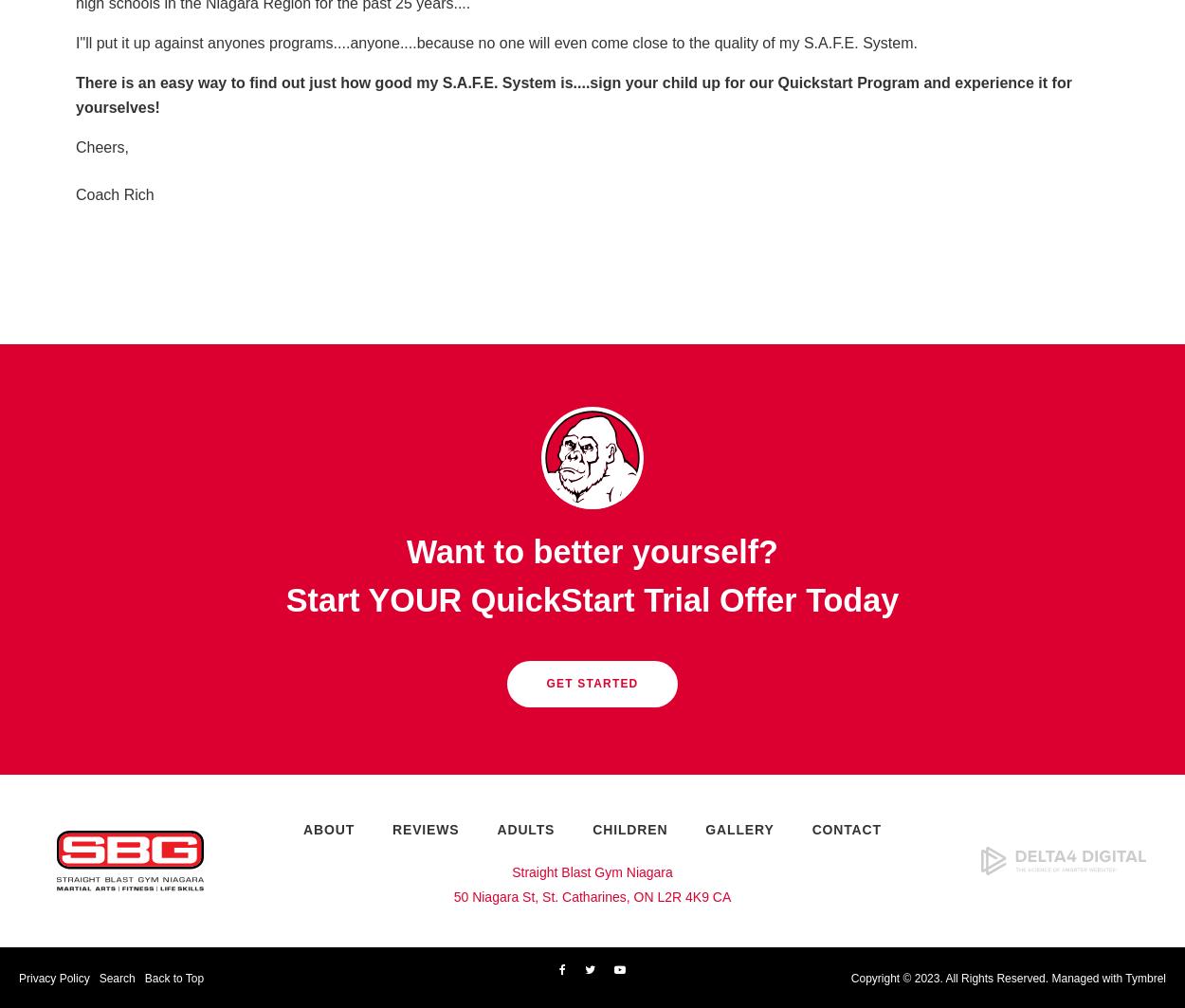 This screenshot has width=1185, height=1008. What do you see at coordinates (633, 895) in the screenshot?
I see `'ON'` at bounding box center [633, 895].